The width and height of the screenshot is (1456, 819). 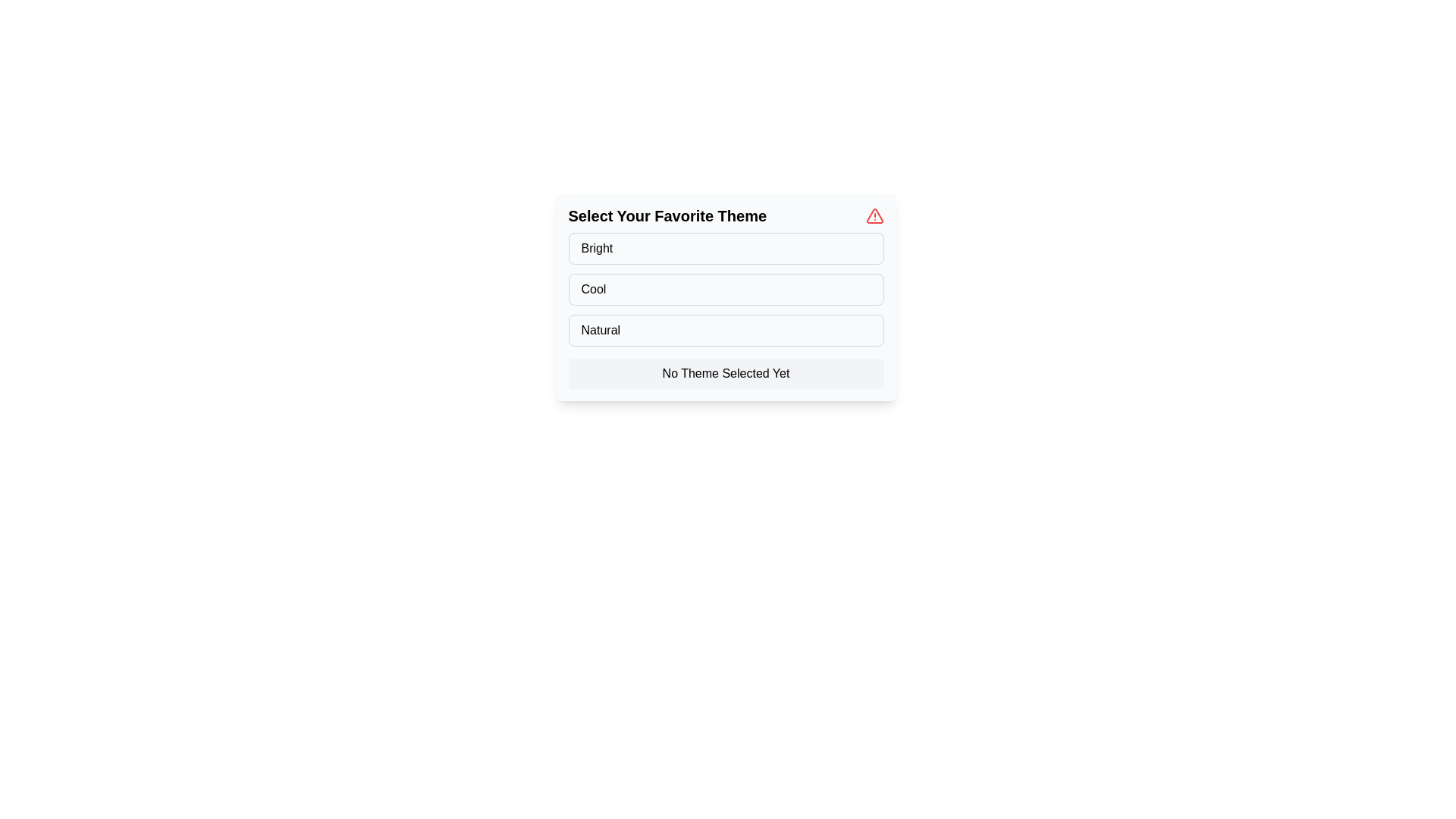 What do you see at coordinates (596, 247) in the screenshot?
I see `the text label displaying 'Bright' which is positioned at the top of the list under 'Select Your Favorite Theme'` at bounding box center [596, 247].